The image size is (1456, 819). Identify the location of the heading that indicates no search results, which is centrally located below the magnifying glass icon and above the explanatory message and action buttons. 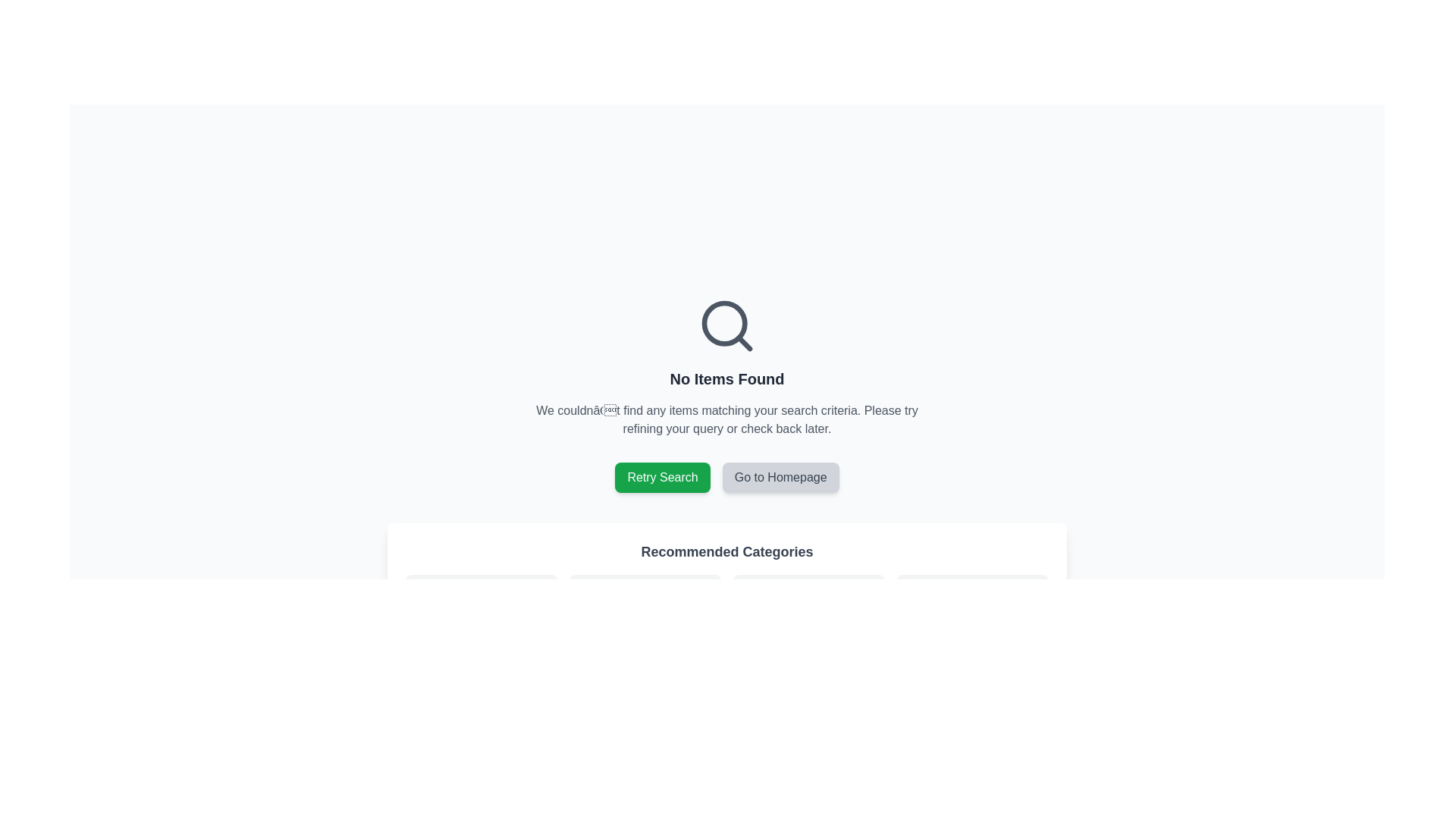
(726, 378).